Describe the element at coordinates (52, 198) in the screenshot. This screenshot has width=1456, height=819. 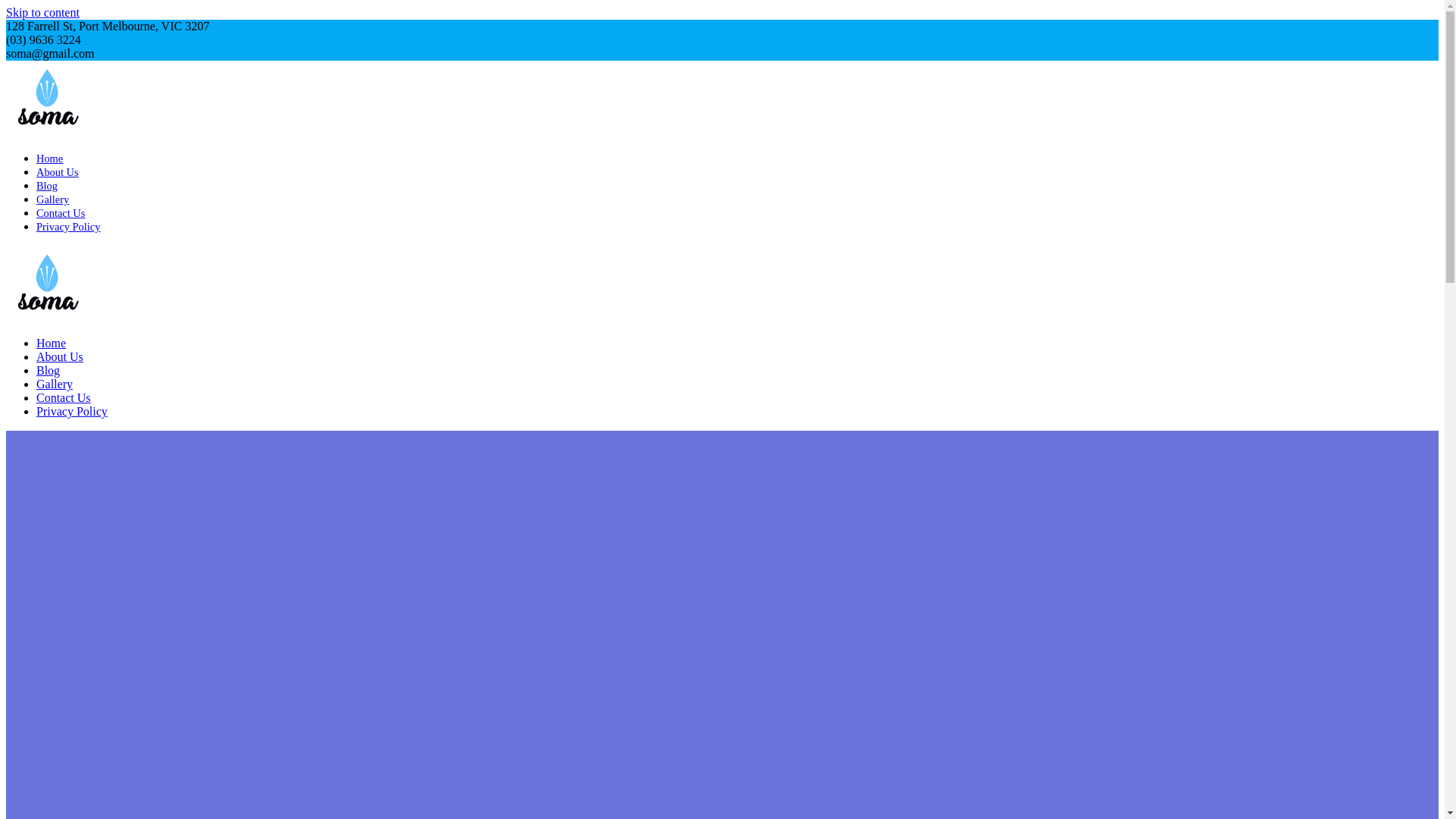
I see `'Gallery'` at that location.